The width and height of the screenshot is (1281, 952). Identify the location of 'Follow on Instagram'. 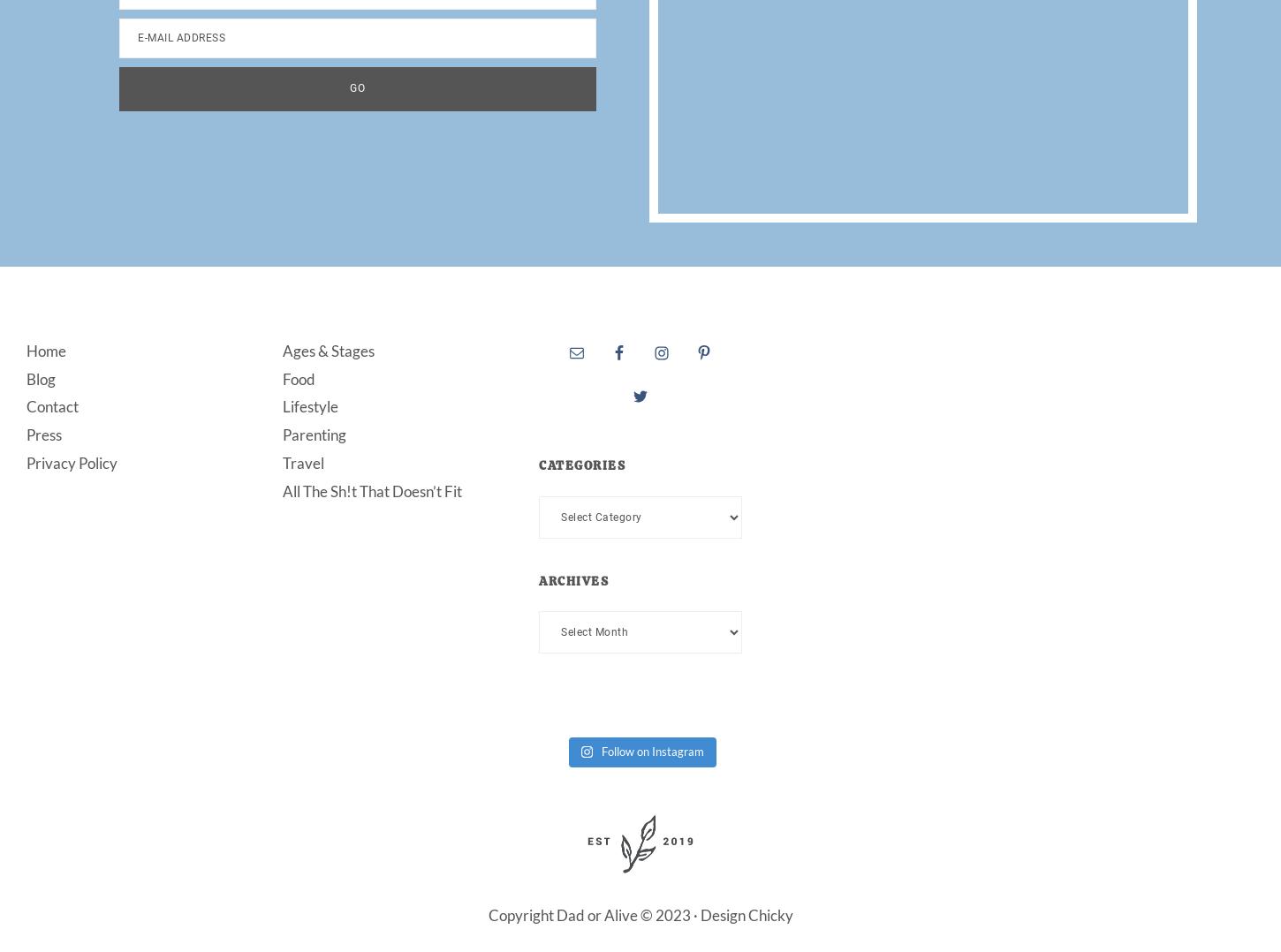
(601, 750).